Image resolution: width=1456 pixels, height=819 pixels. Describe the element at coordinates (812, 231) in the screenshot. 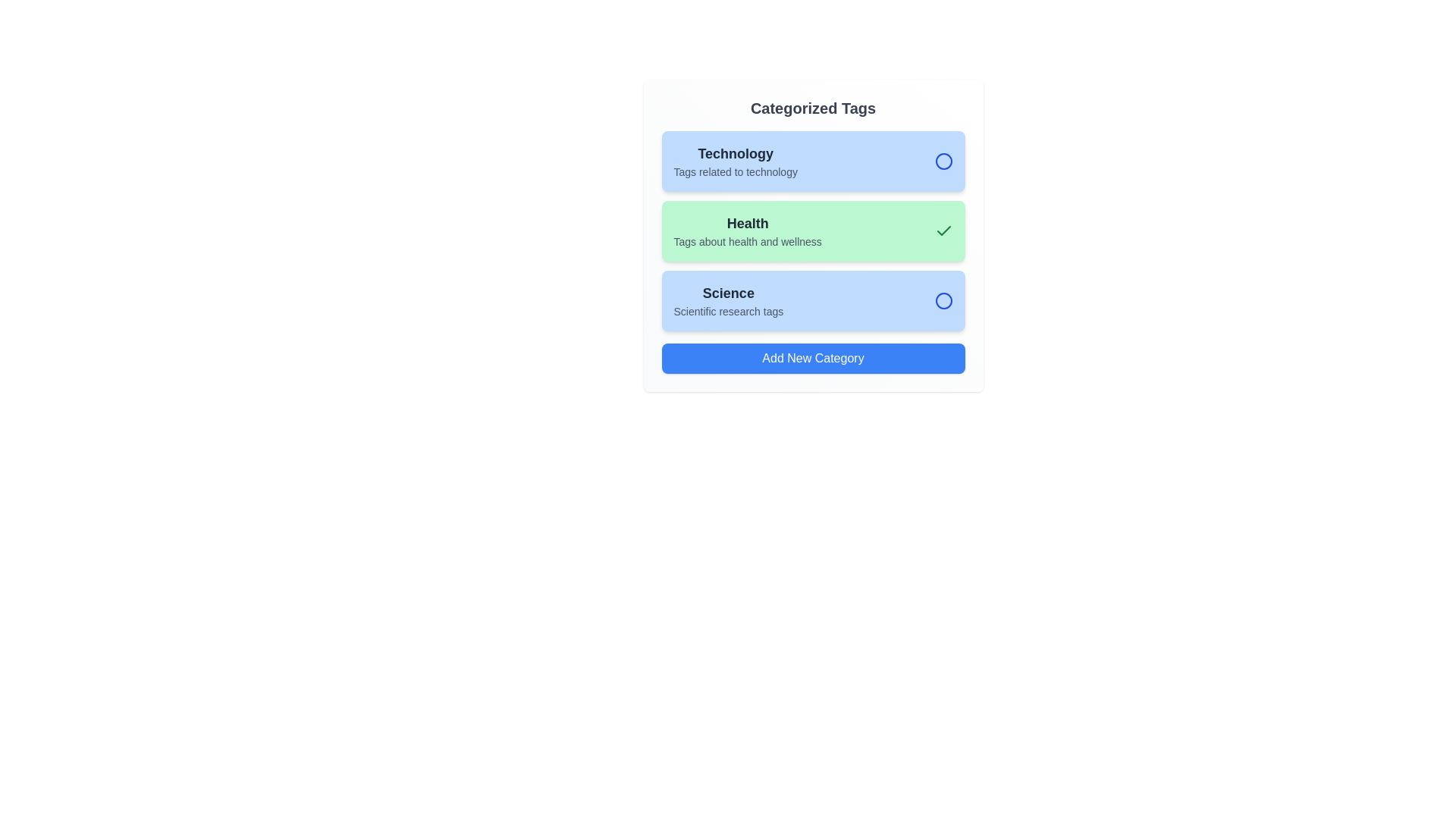

I see `the category Health to observe the hover effect` at that location.